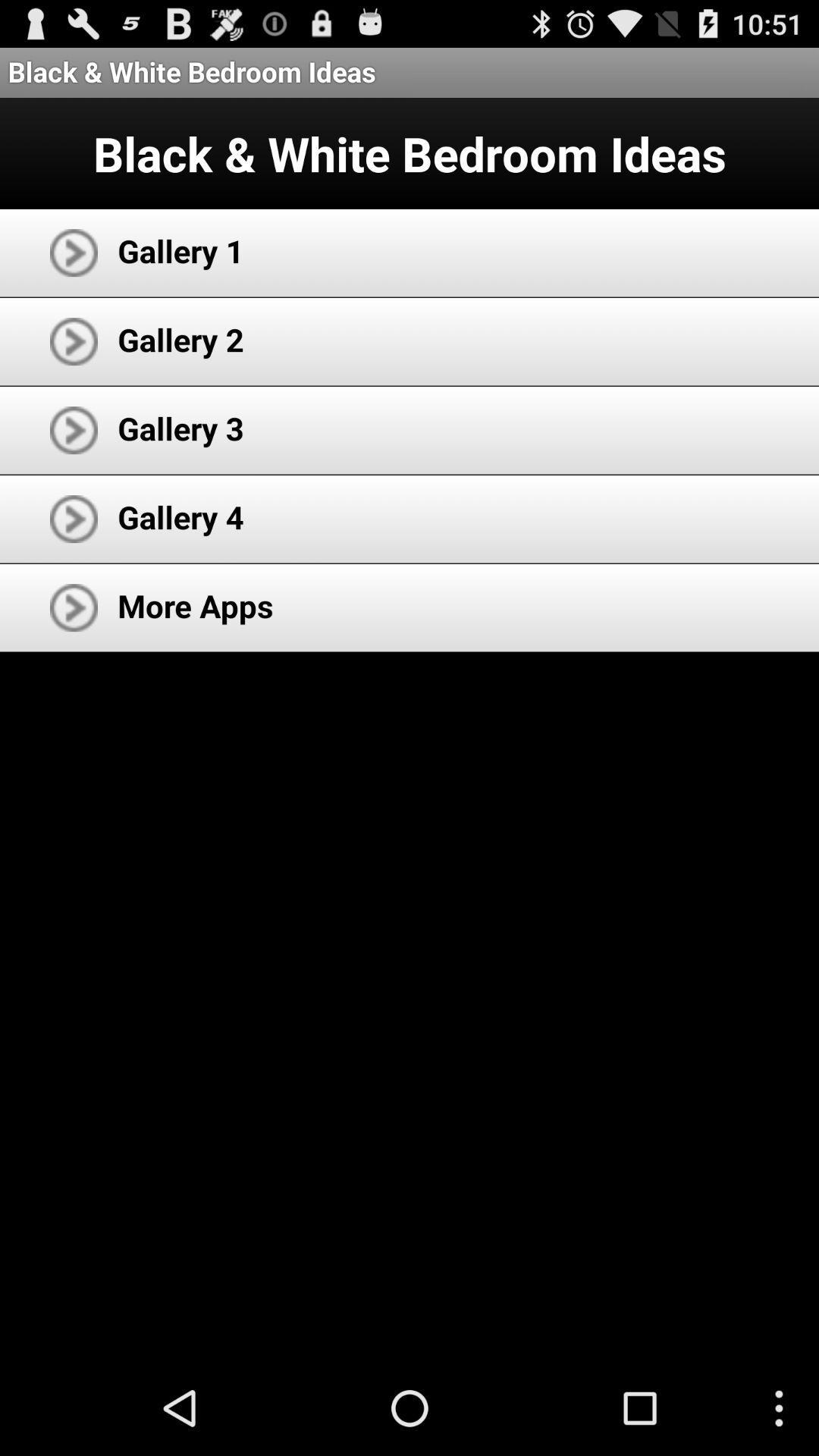  I want to click on the icon below the gallery 3, so click(180, 516).